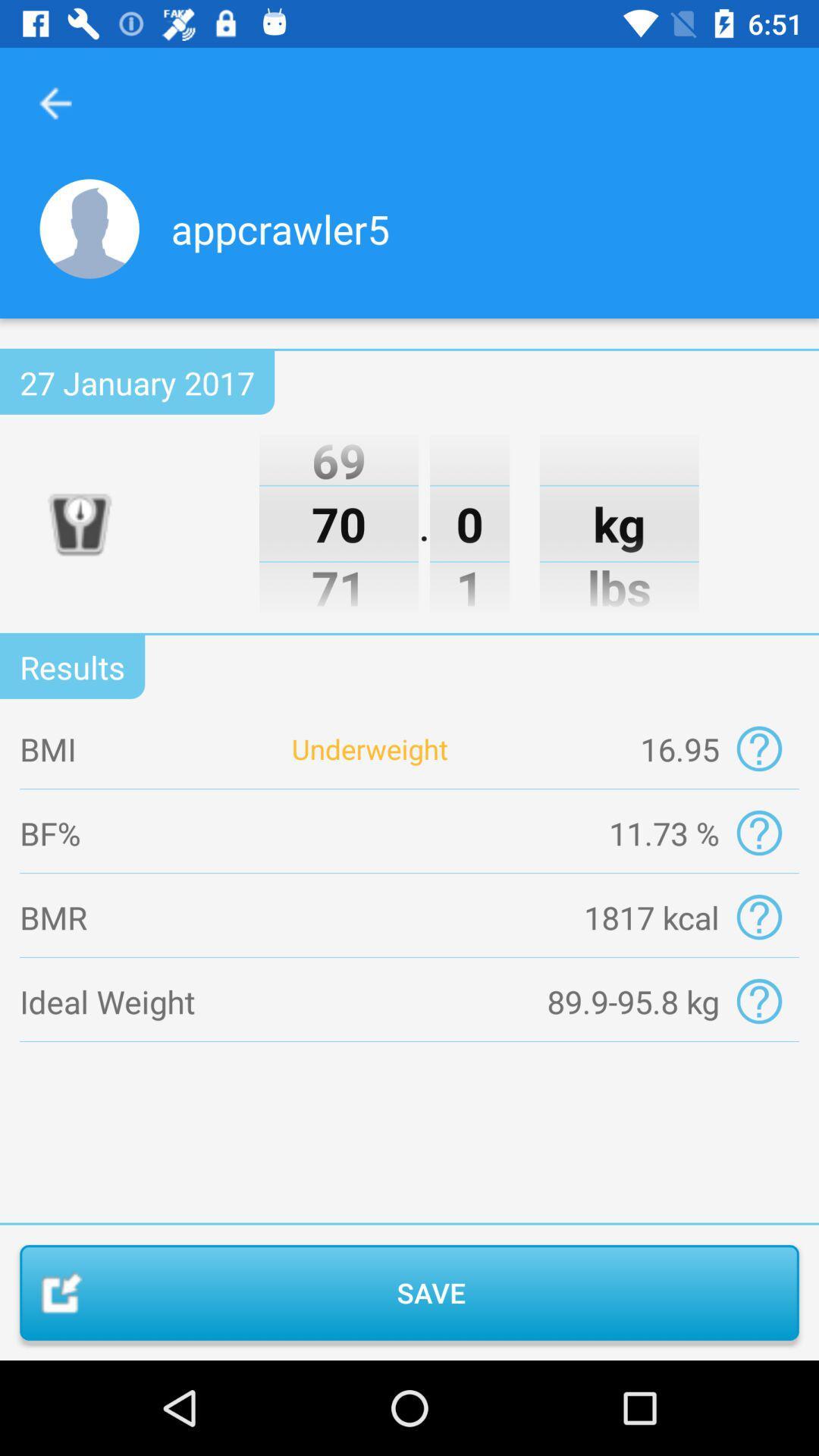 This screenshot has height=1456, width=819. I want to click on ideal weight calculator, so click(759, 1001).